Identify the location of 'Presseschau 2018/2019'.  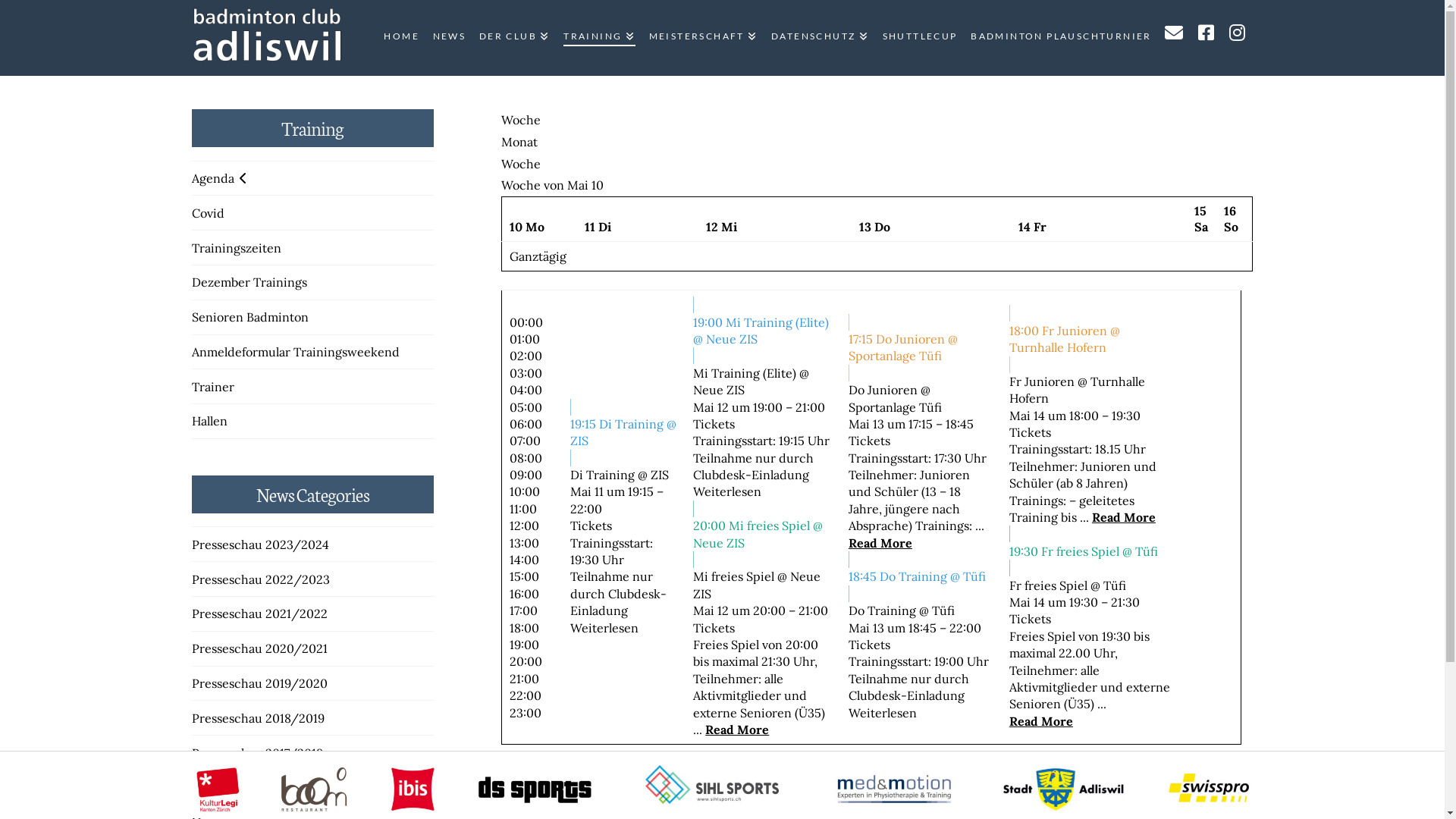
(257, 717).